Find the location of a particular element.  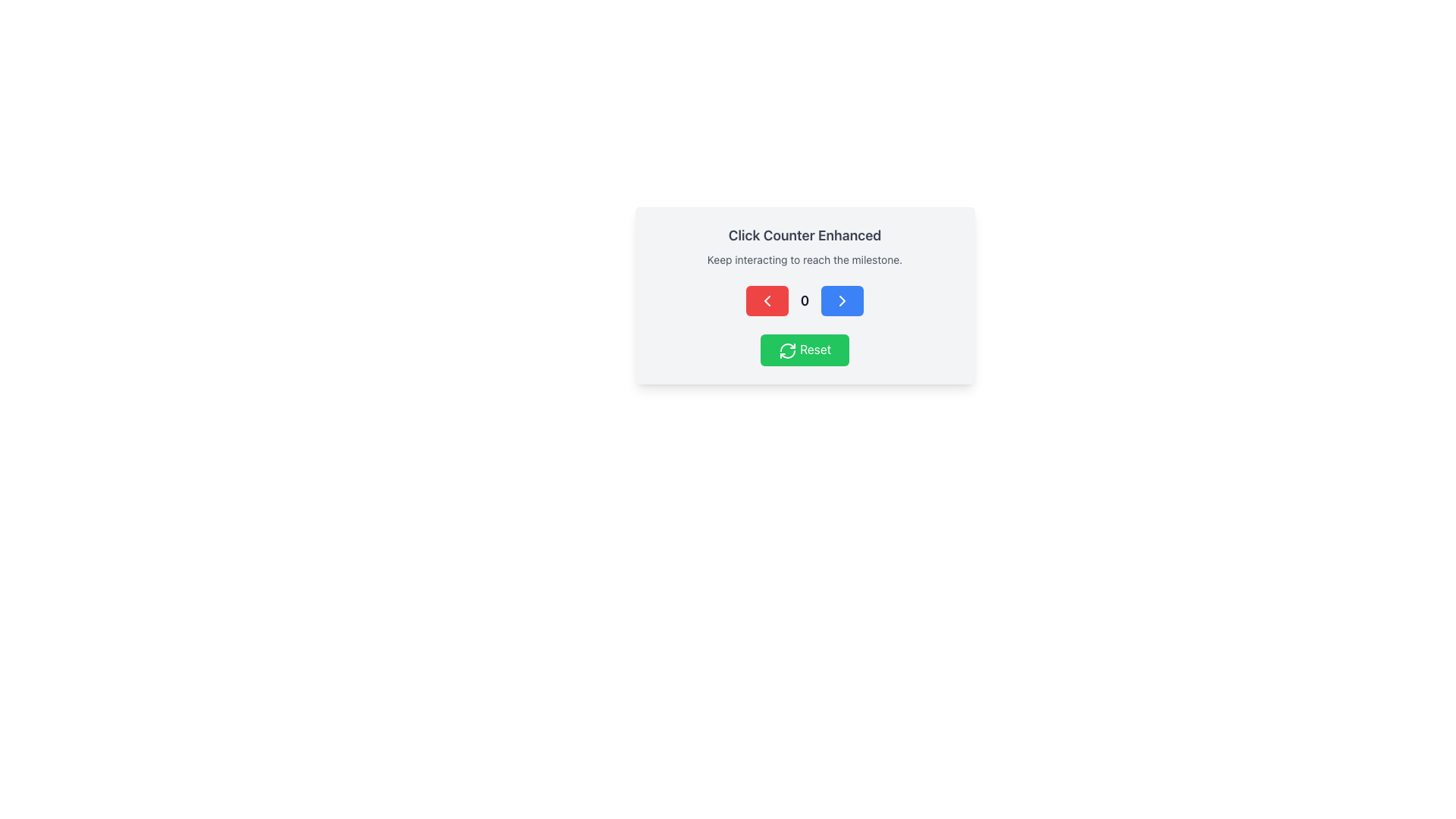

the leftward chevron icon styled within a red circular button on the counter interface is located at coordinates (767, 301).